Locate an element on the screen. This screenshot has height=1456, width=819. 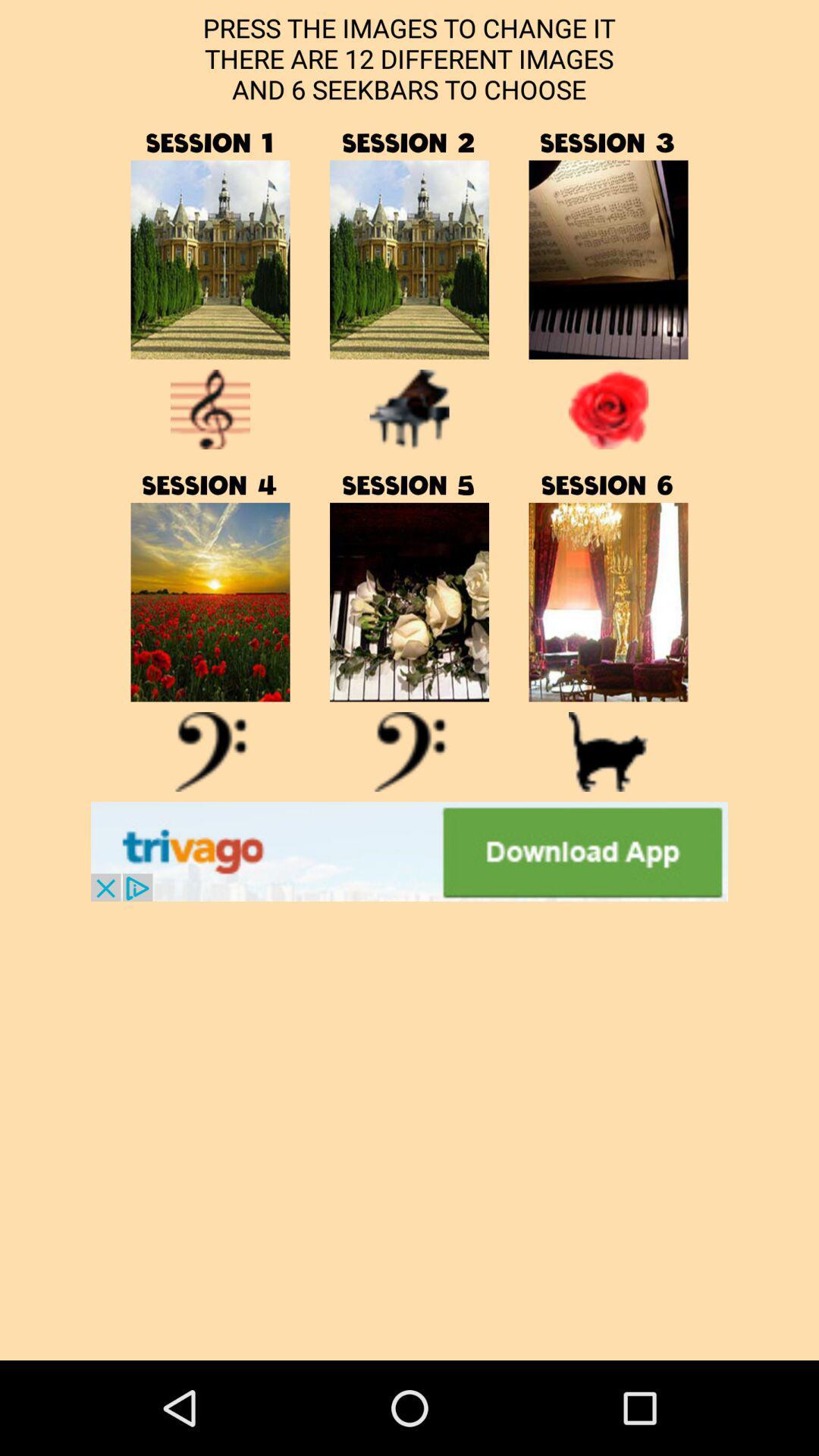
session 2 is located at coordinates (409, 259).